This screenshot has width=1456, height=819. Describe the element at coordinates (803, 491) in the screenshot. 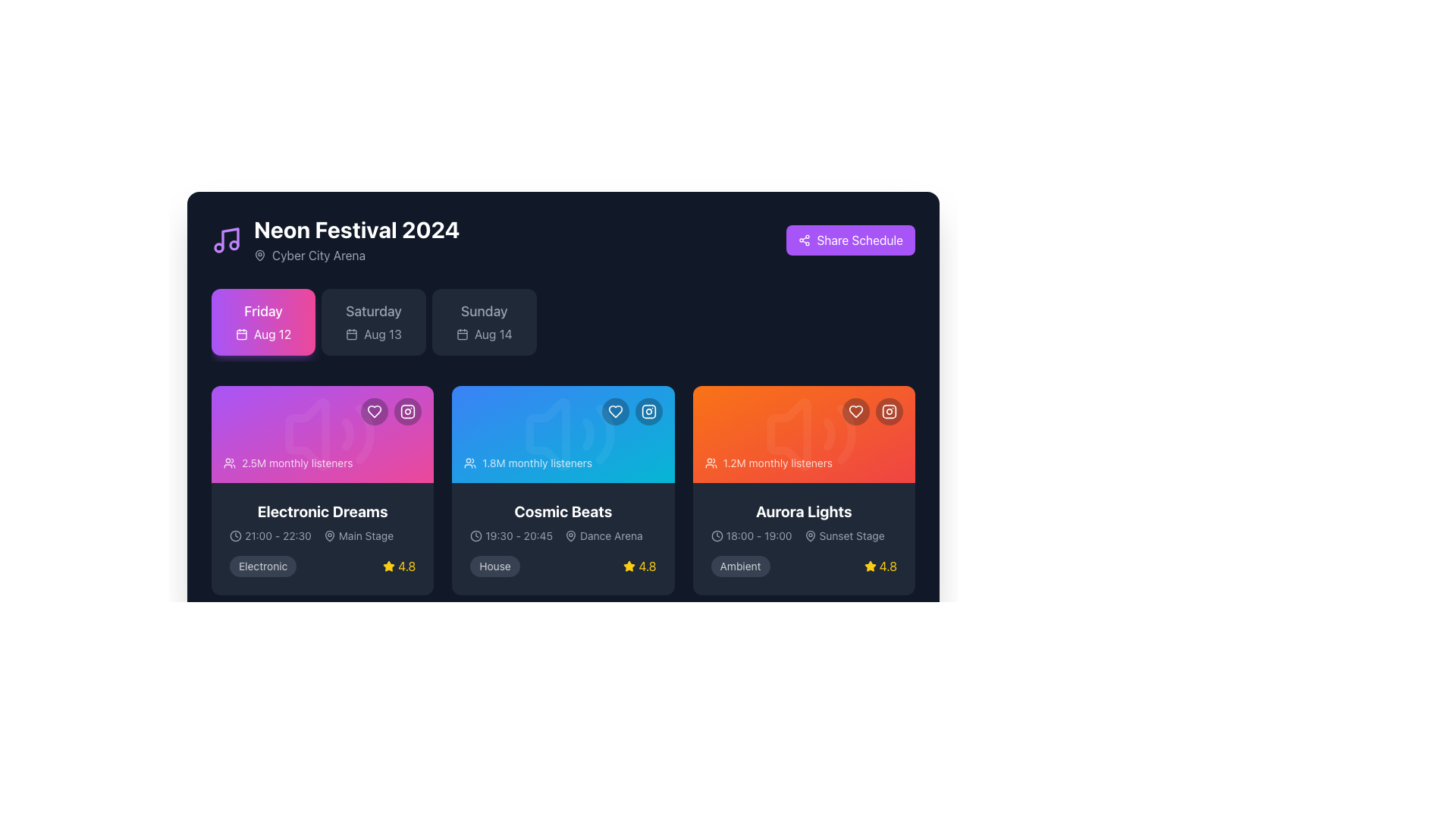

I see `the event card for 'Aurora Lights', which is the third card in the layout under 'Friday Aug 12'` at that location.